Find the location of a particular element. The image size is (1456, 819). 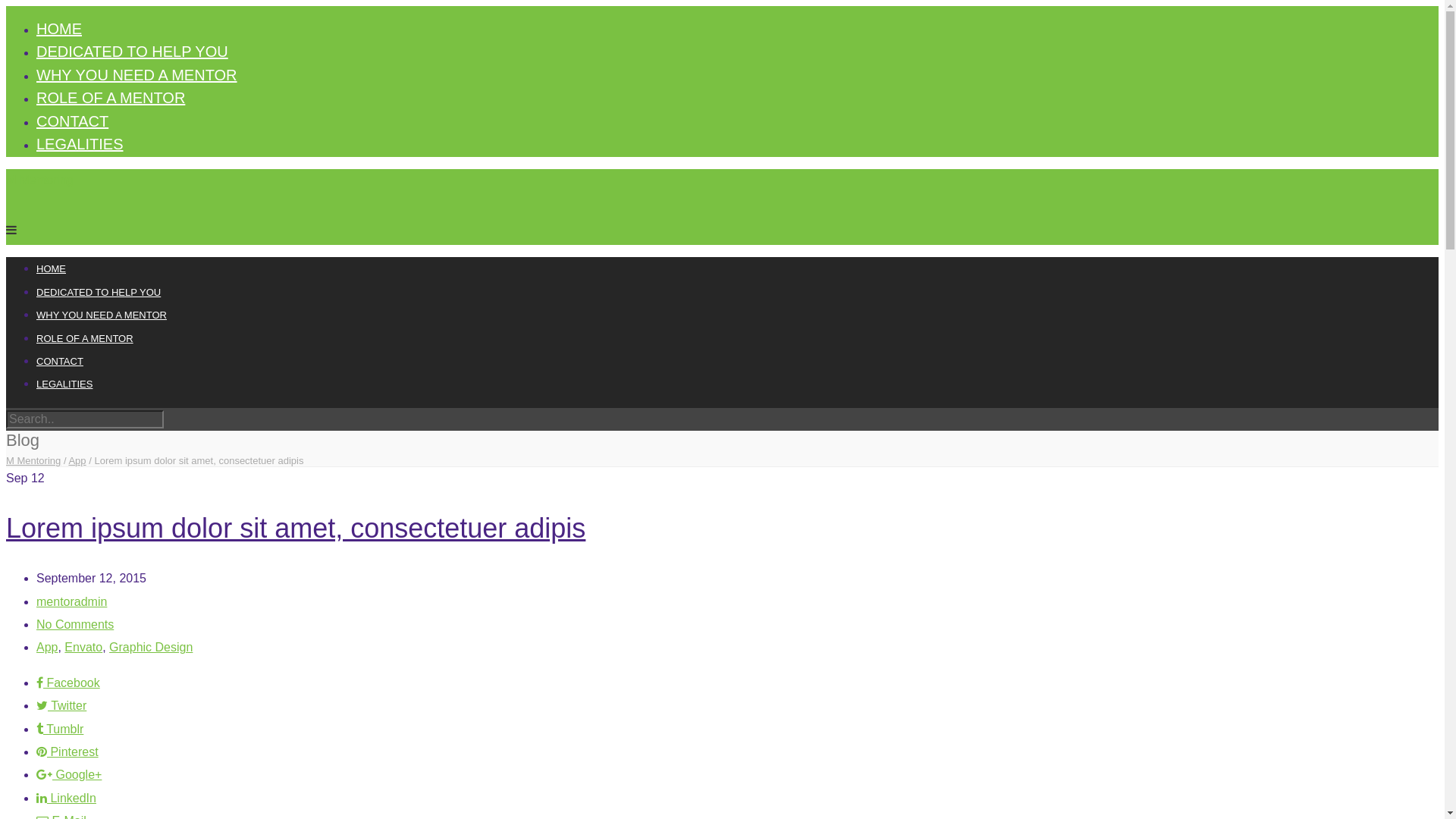

'Facebook' is located at coordinates (67, 682).